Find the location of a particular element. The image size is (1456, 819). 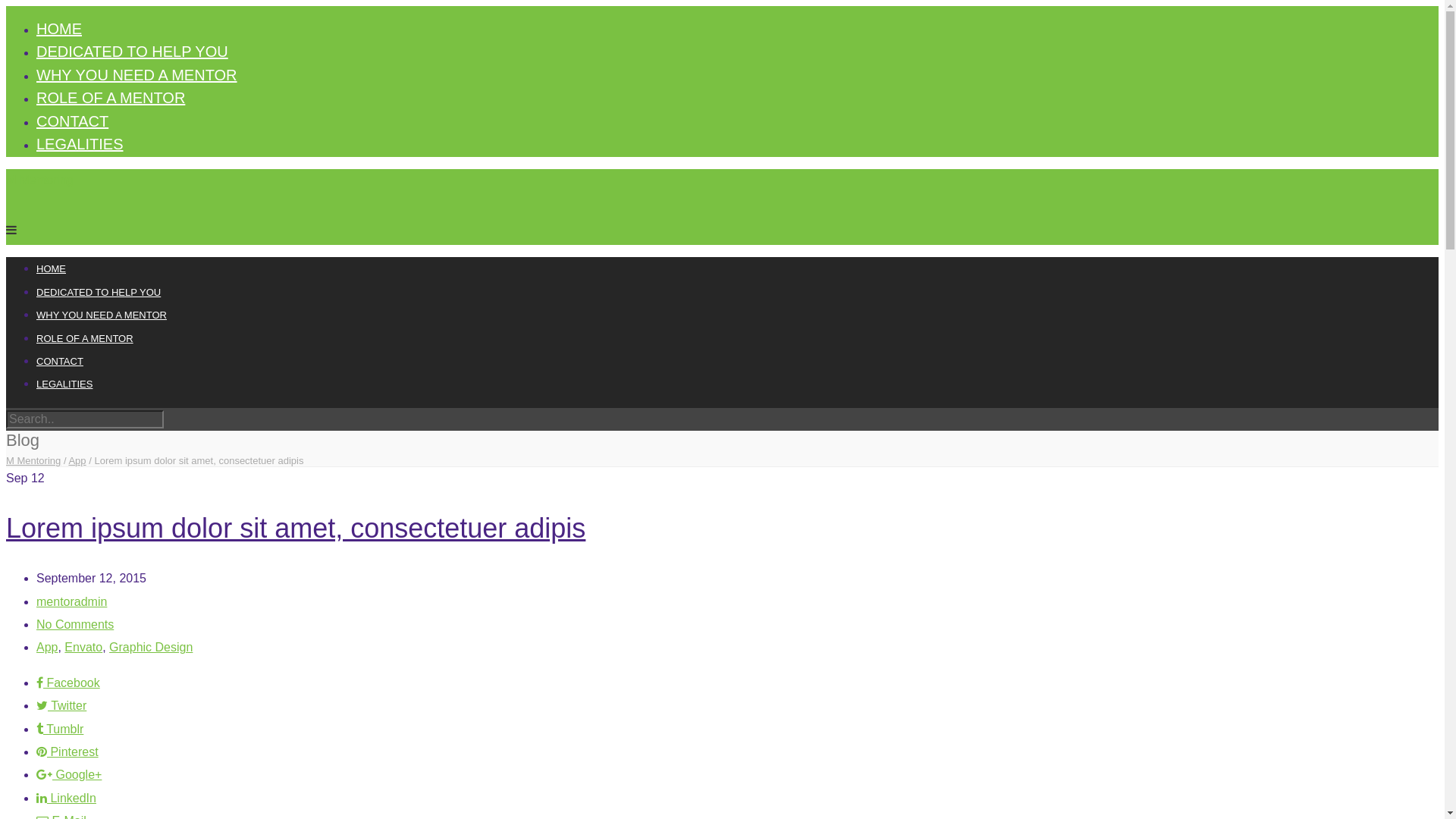

'Facebook' is located at coordinates (67, 682).